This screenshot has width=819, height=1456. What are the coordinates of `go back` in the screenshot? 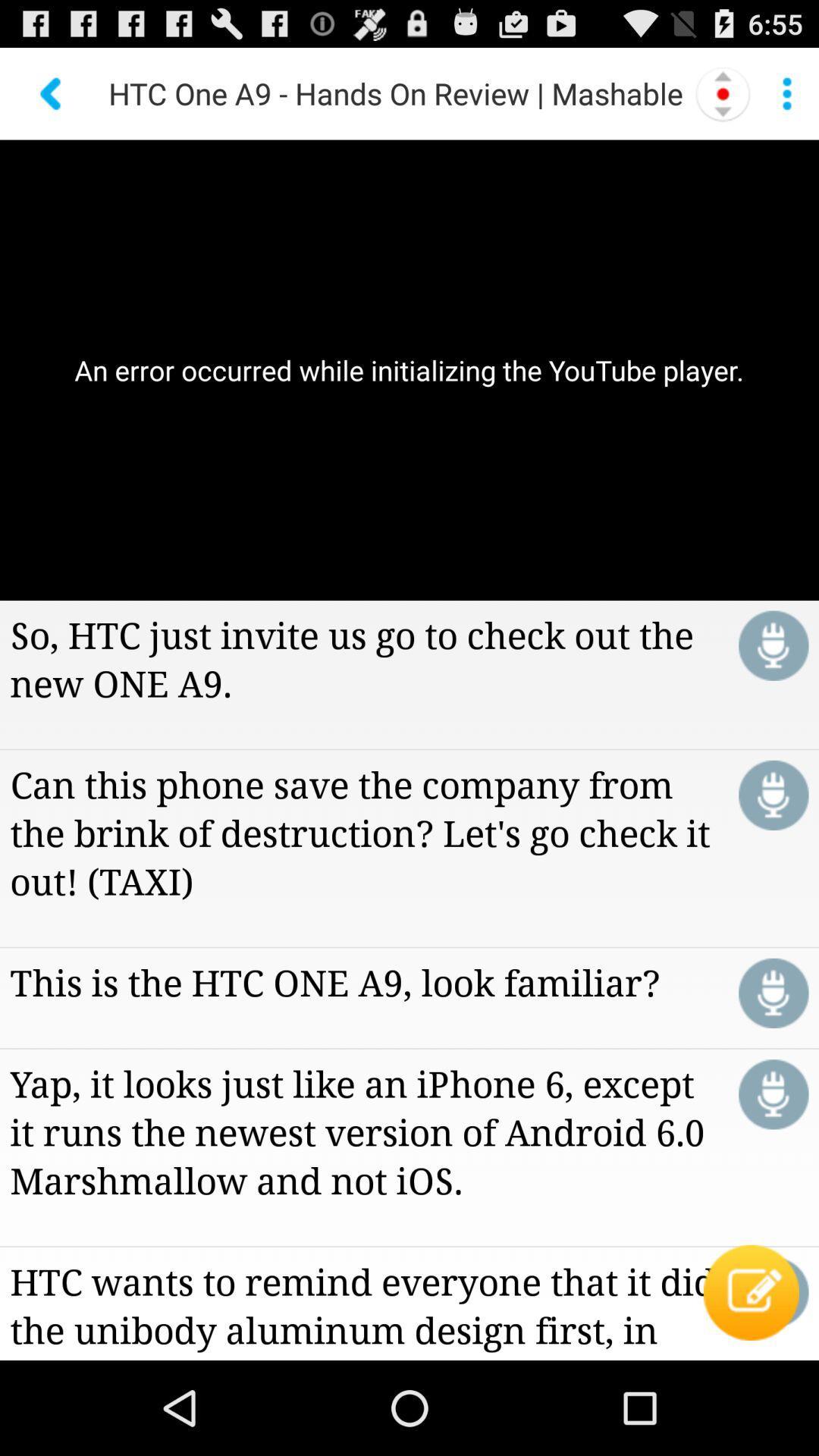 It's located at (52, 93).